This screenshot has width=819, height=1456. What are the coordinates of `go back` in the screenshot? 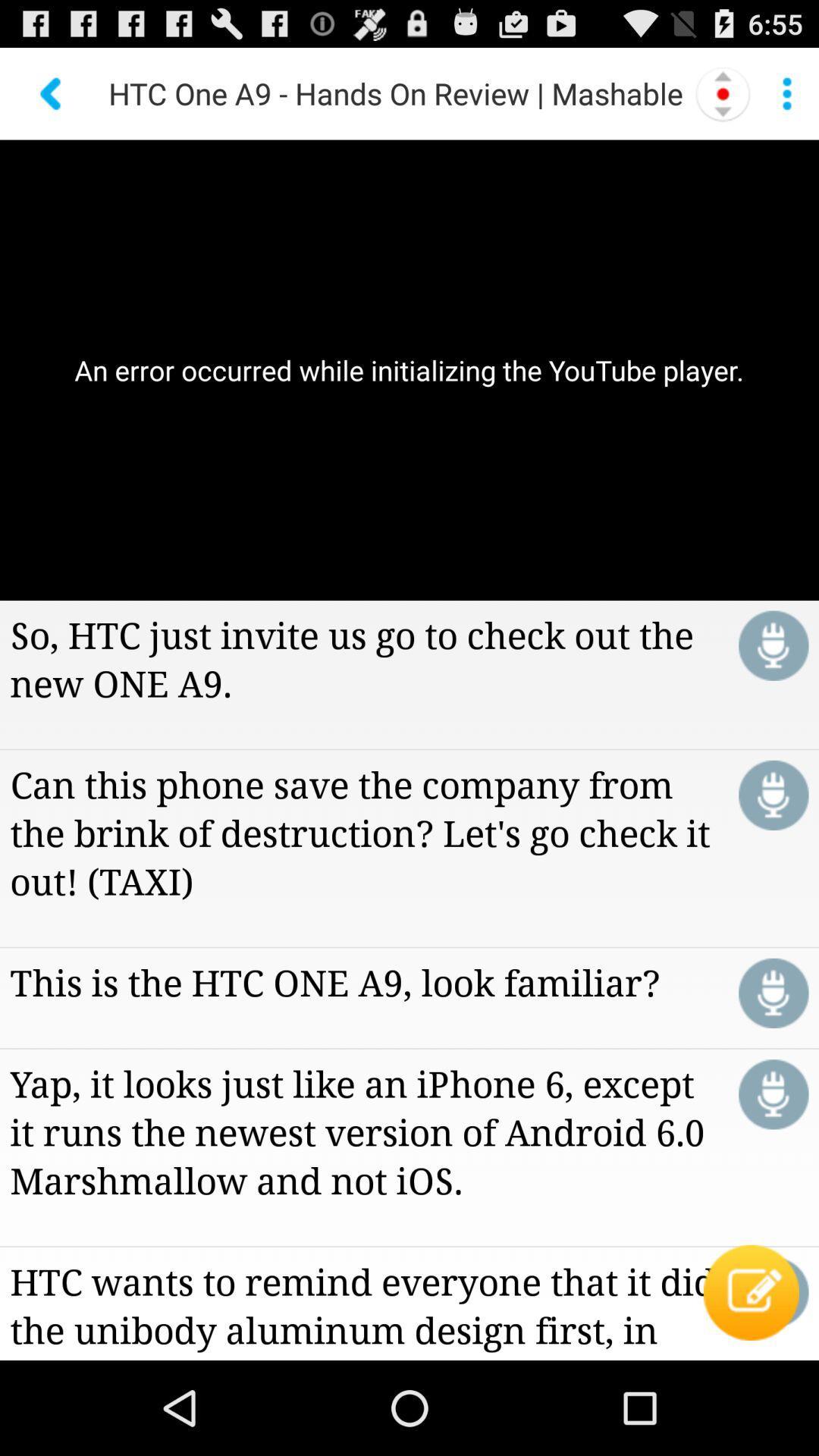 It's located at (52, 93).